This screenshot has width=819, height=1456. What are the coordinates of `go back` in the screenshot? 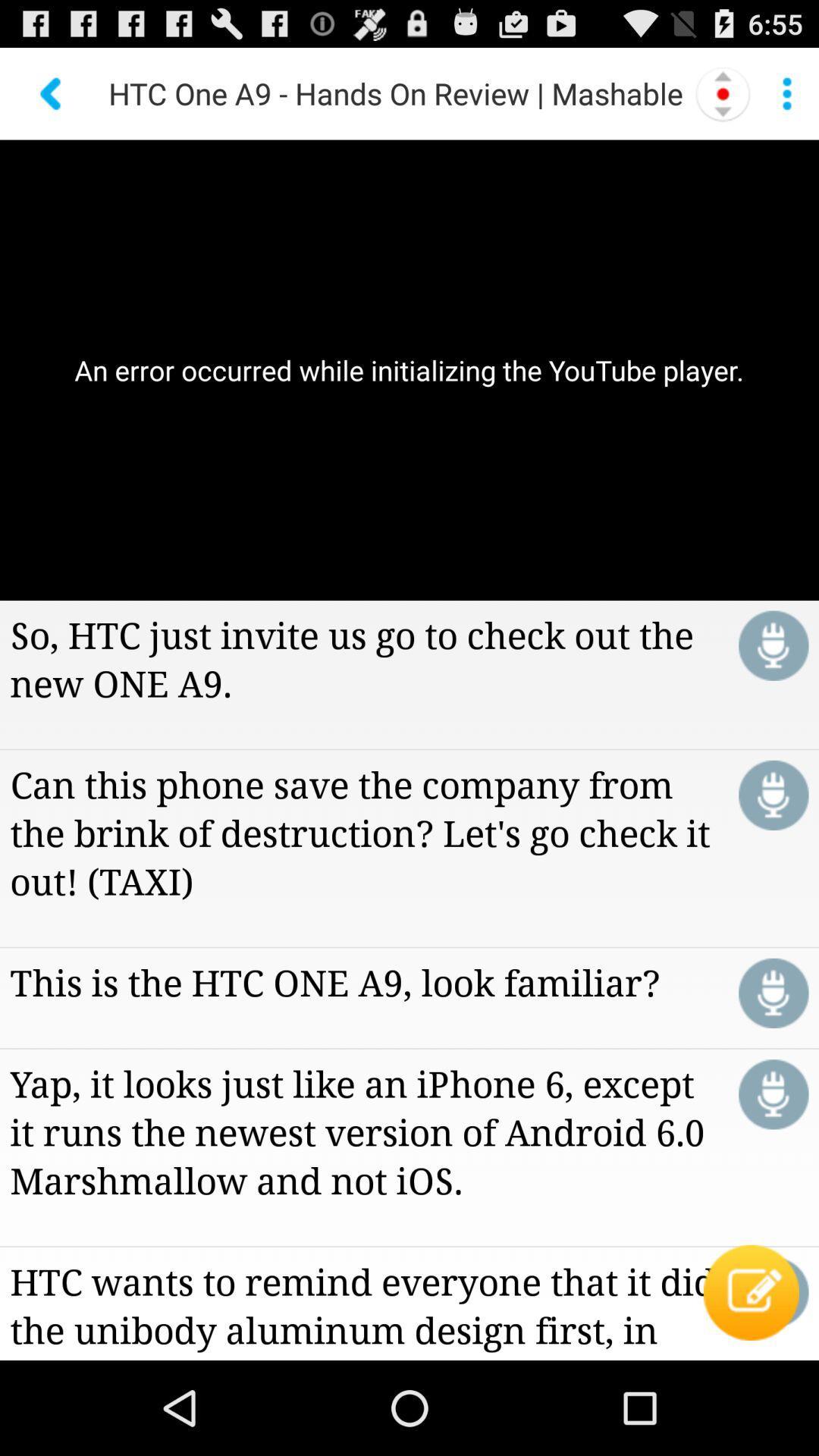 It's located at (52, 93).